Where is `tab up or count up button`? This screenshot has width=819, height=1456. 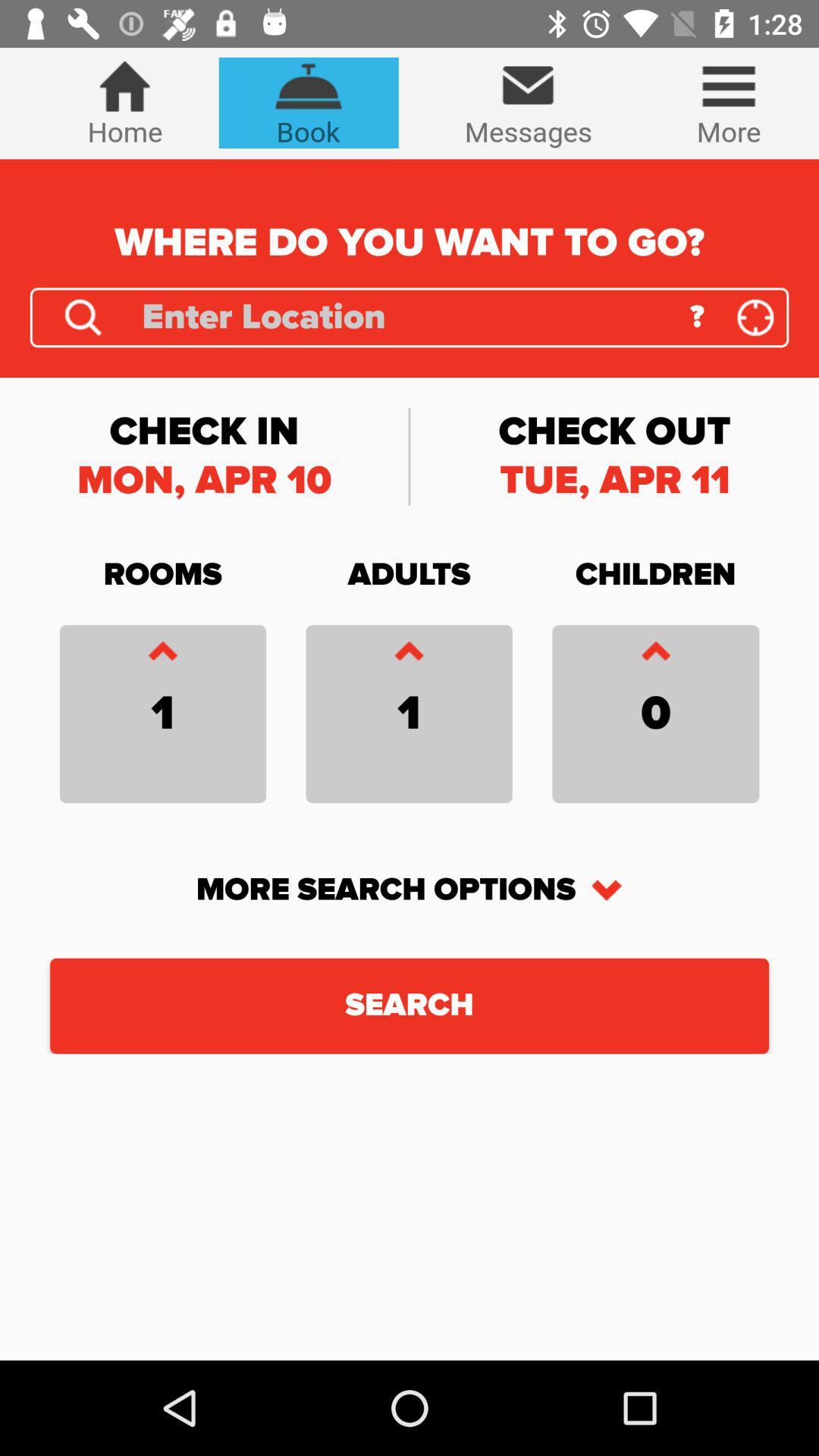 tab up or count up button is located at coordinates (654, 654).